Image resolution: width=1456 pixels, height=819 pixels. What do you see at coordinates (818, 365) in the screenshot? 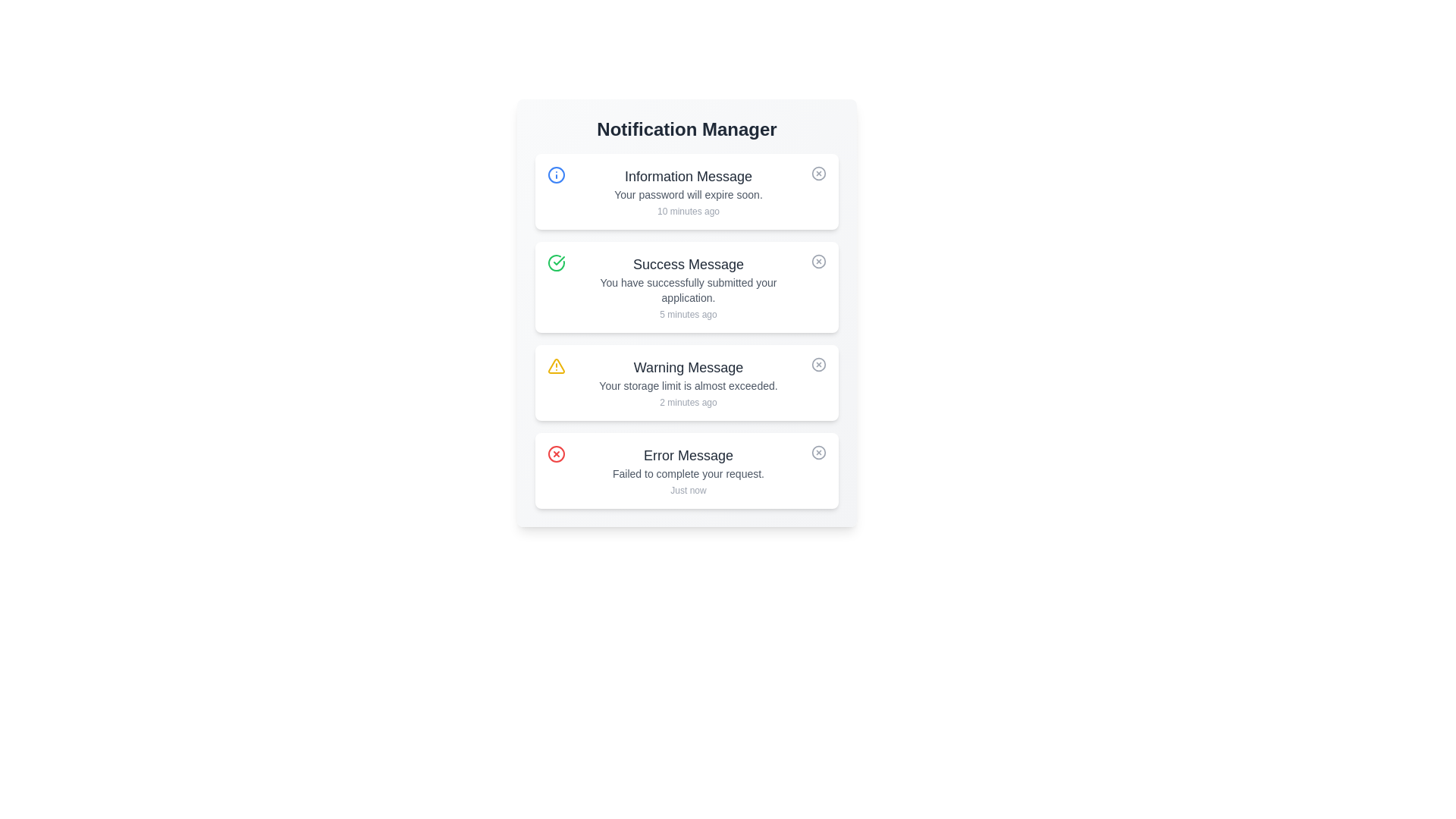
I see `the circular border of the warning icon, which is located in the third row of the notification list, to the right of the 'Warning Message' text as a decorative element` at bounding box center [818, 365].